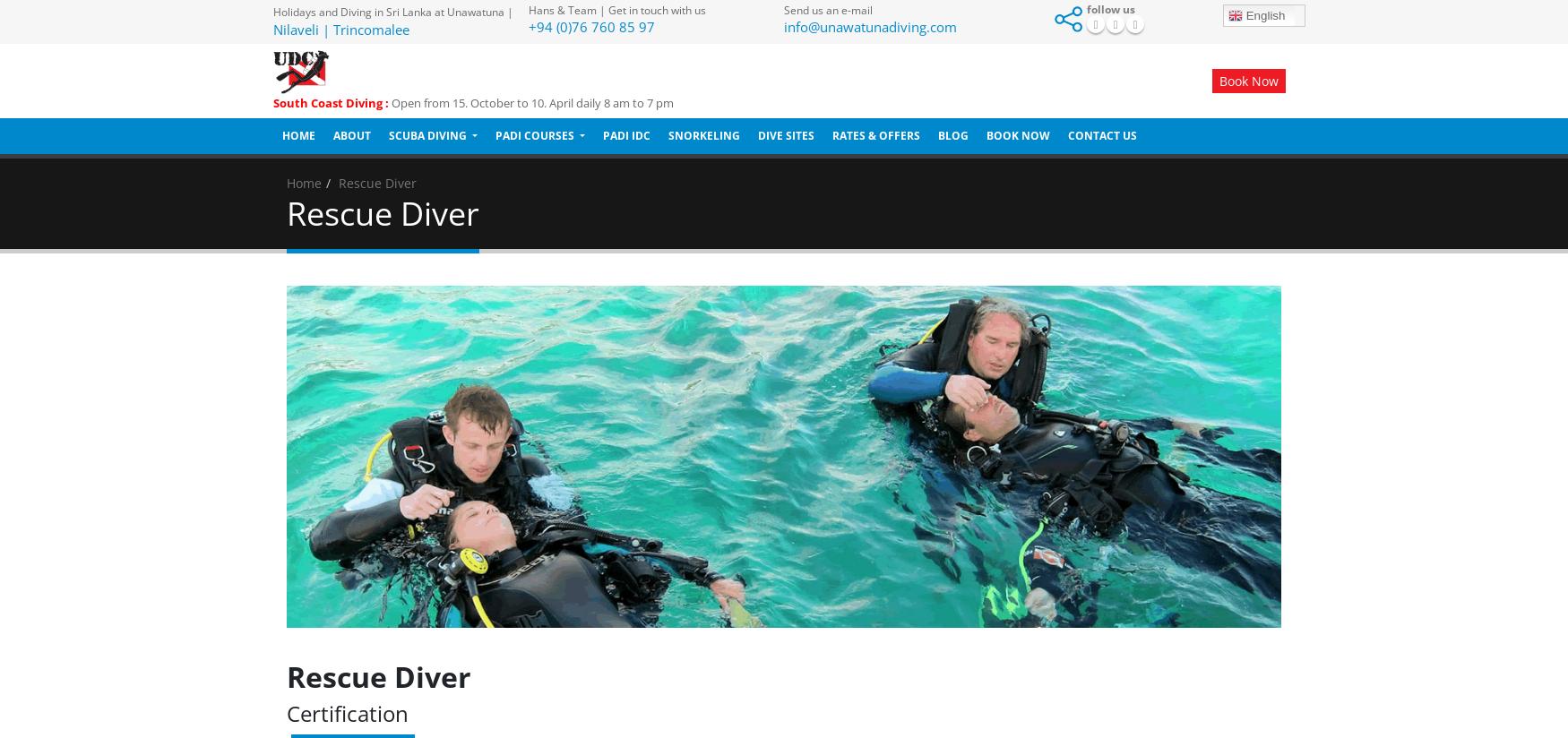 The image size is (1568, 738). I want to click on 'info@unawatunadiving.com', so click(870, 25).